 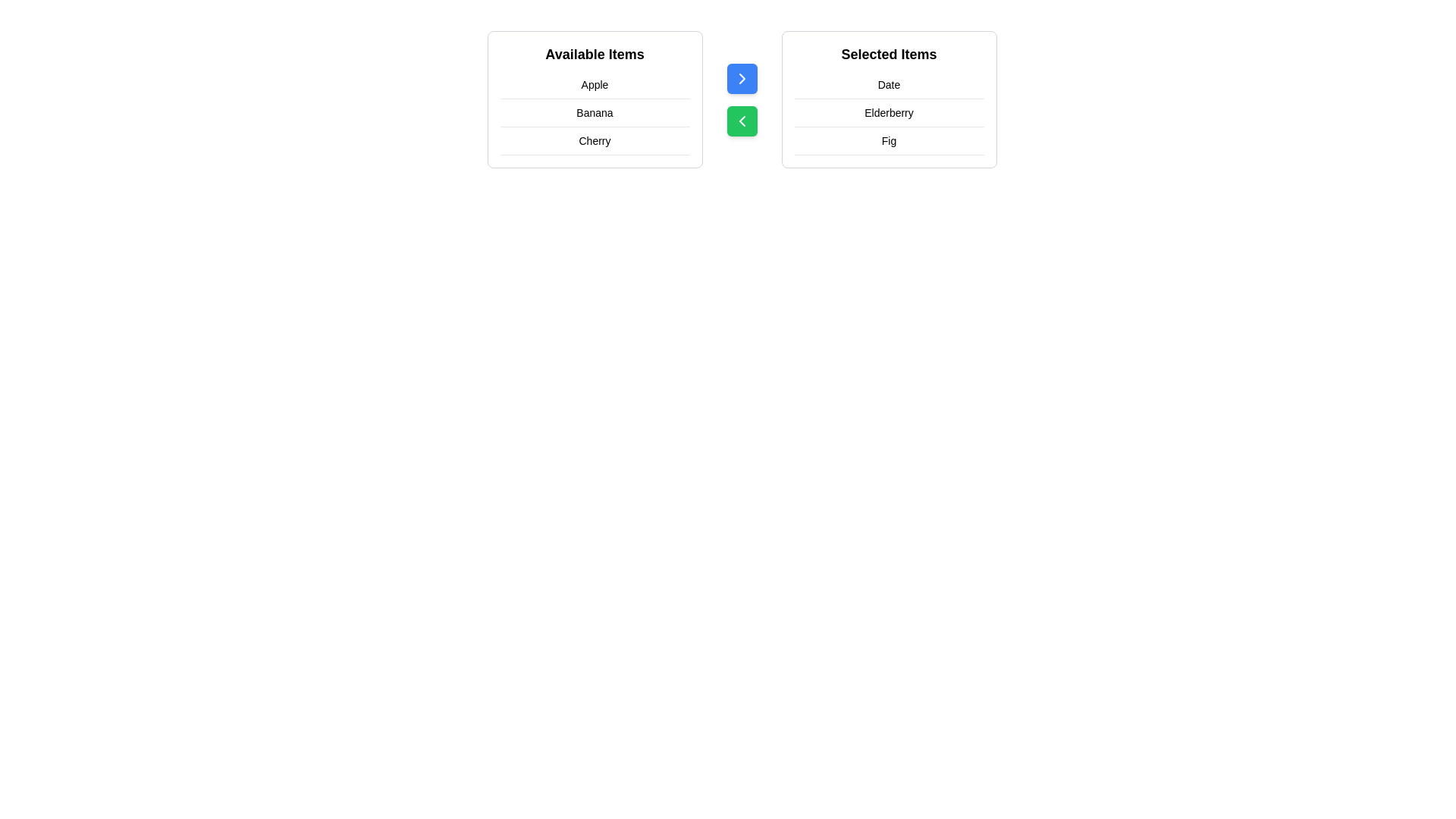 I want to click on the text label displaying the word 'Date', which is the first item in a vertical list of items under the panel titled 'Selected Items', so click(x=889, y=85).